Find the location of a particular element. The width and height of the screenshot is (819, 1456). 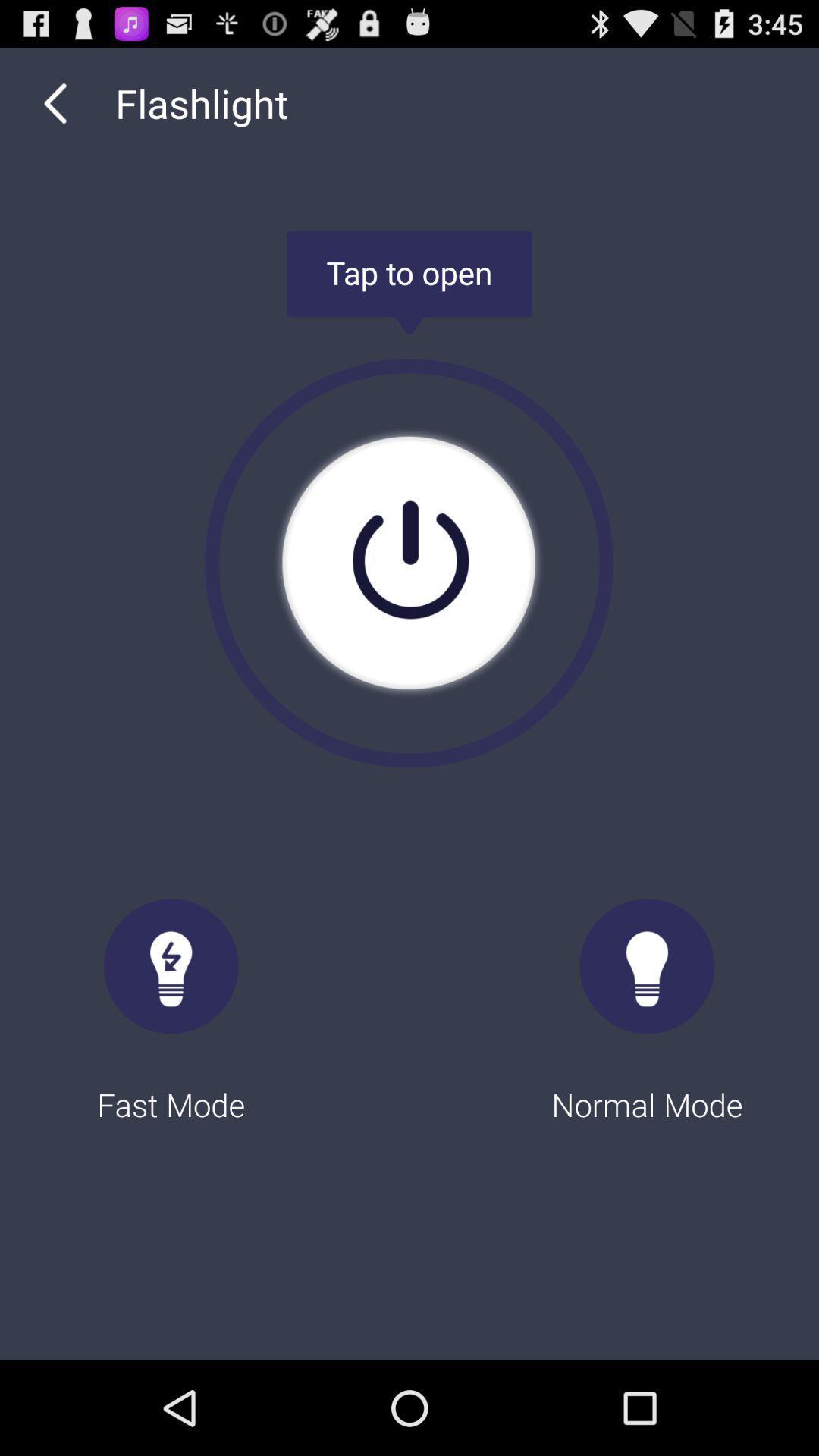

app below tap to open is located at coordinates (408, 562).